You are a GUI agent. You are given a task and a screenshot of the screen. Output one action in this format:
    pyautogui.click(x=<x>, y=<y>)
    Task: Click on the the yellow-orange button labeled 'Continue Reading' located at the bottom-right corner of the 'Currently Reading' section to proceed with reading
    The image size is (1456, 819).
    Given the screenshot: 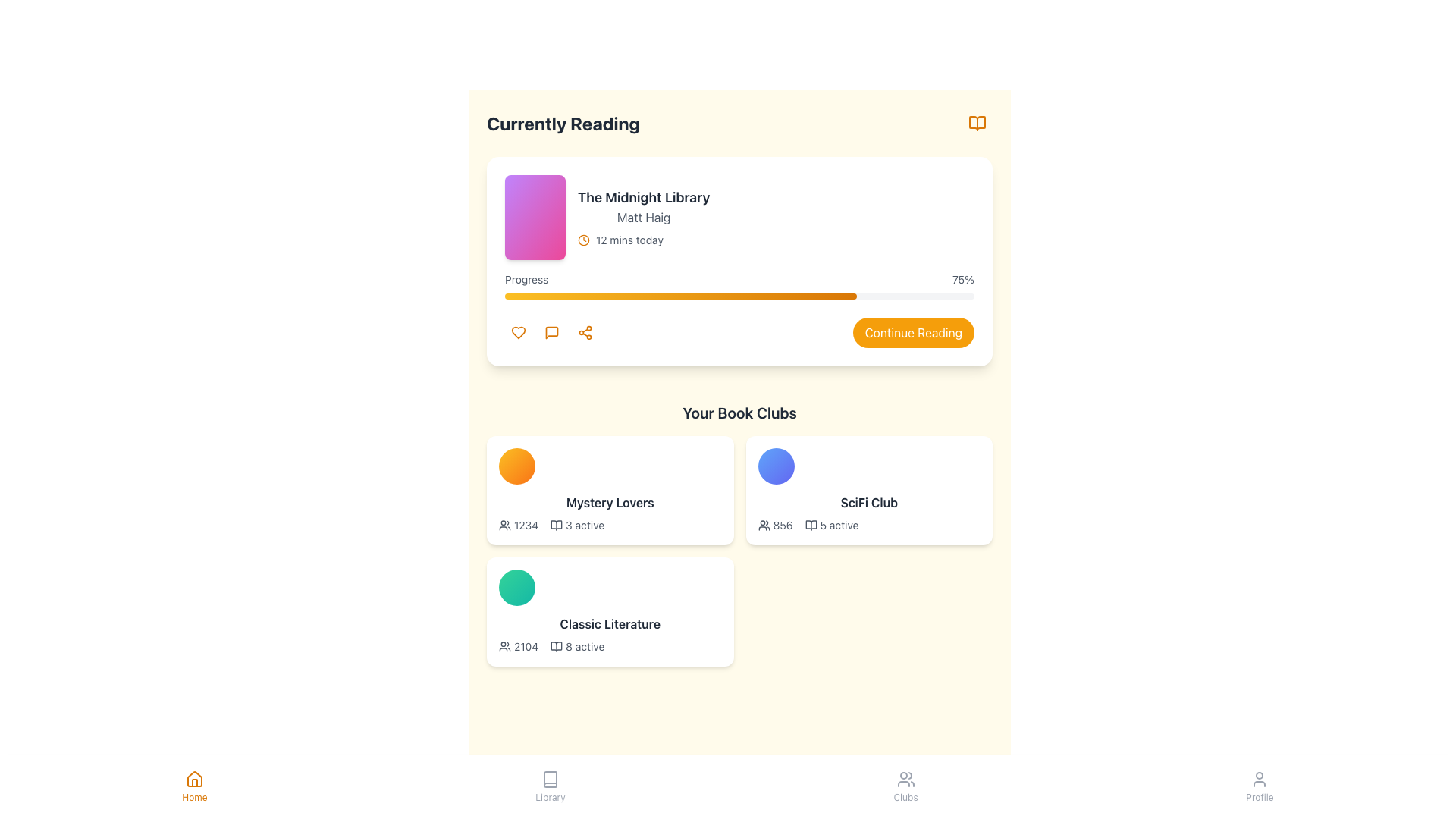 What is the action you would take?
    pyautogui.click(x=912, y=332)
    